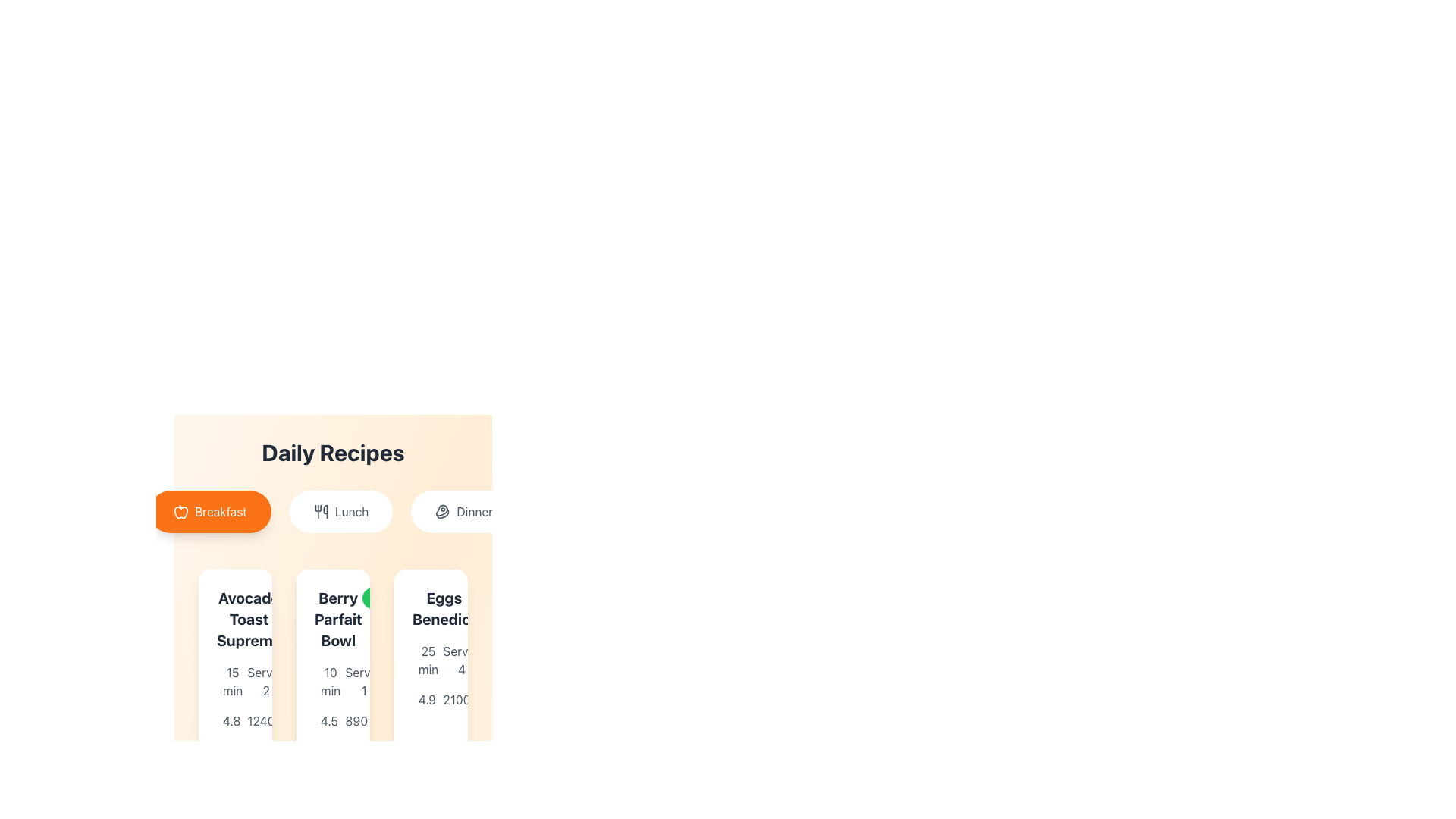 The image size is (1456, 819). I want to click on the formatted display text indicating the serving size for the Berry Parfait Bowl recipe, so click(344, 680).